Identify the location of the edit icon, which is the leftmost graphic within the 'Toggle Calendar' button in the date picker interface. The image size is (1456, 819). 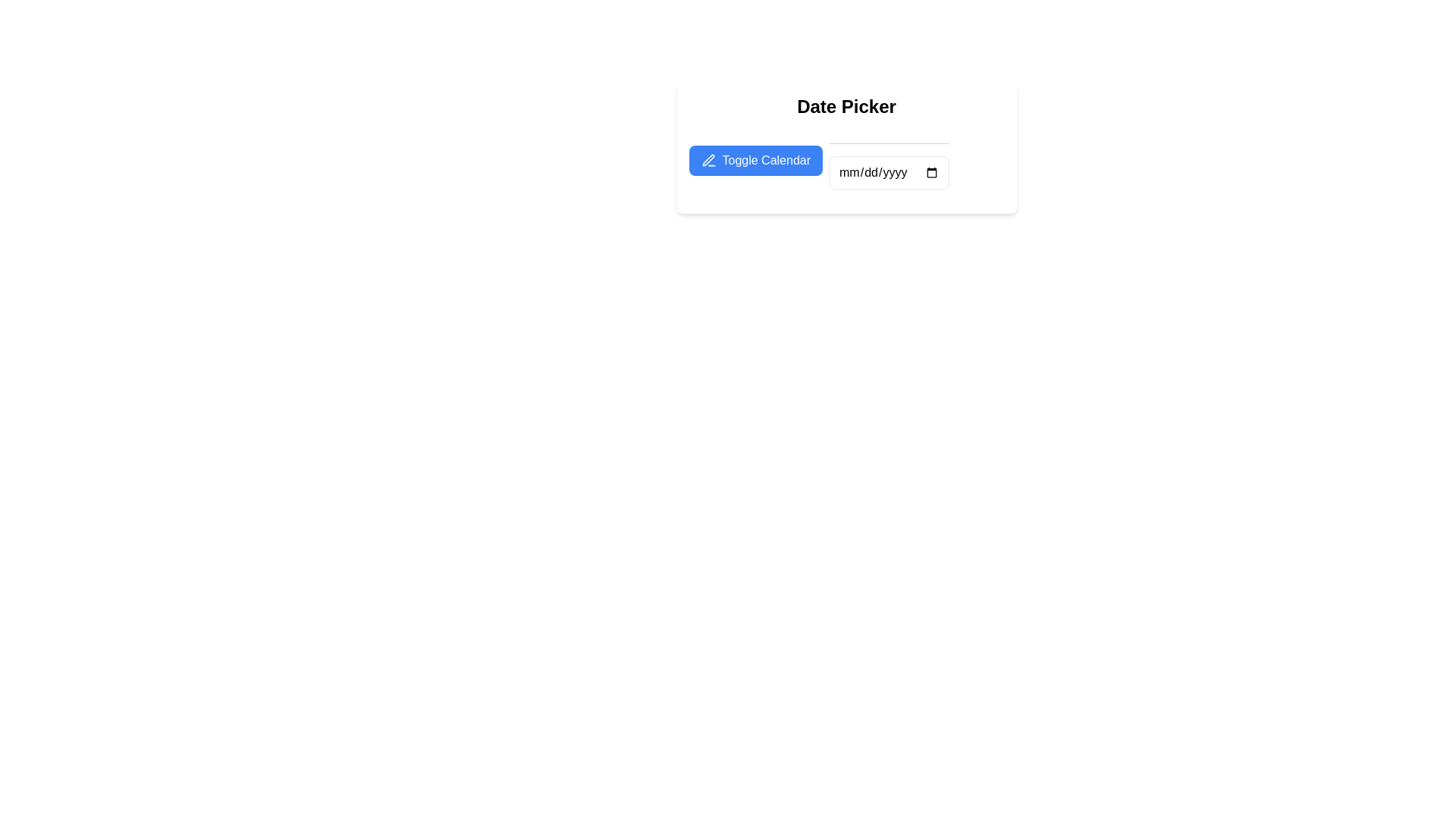
(708, 160).